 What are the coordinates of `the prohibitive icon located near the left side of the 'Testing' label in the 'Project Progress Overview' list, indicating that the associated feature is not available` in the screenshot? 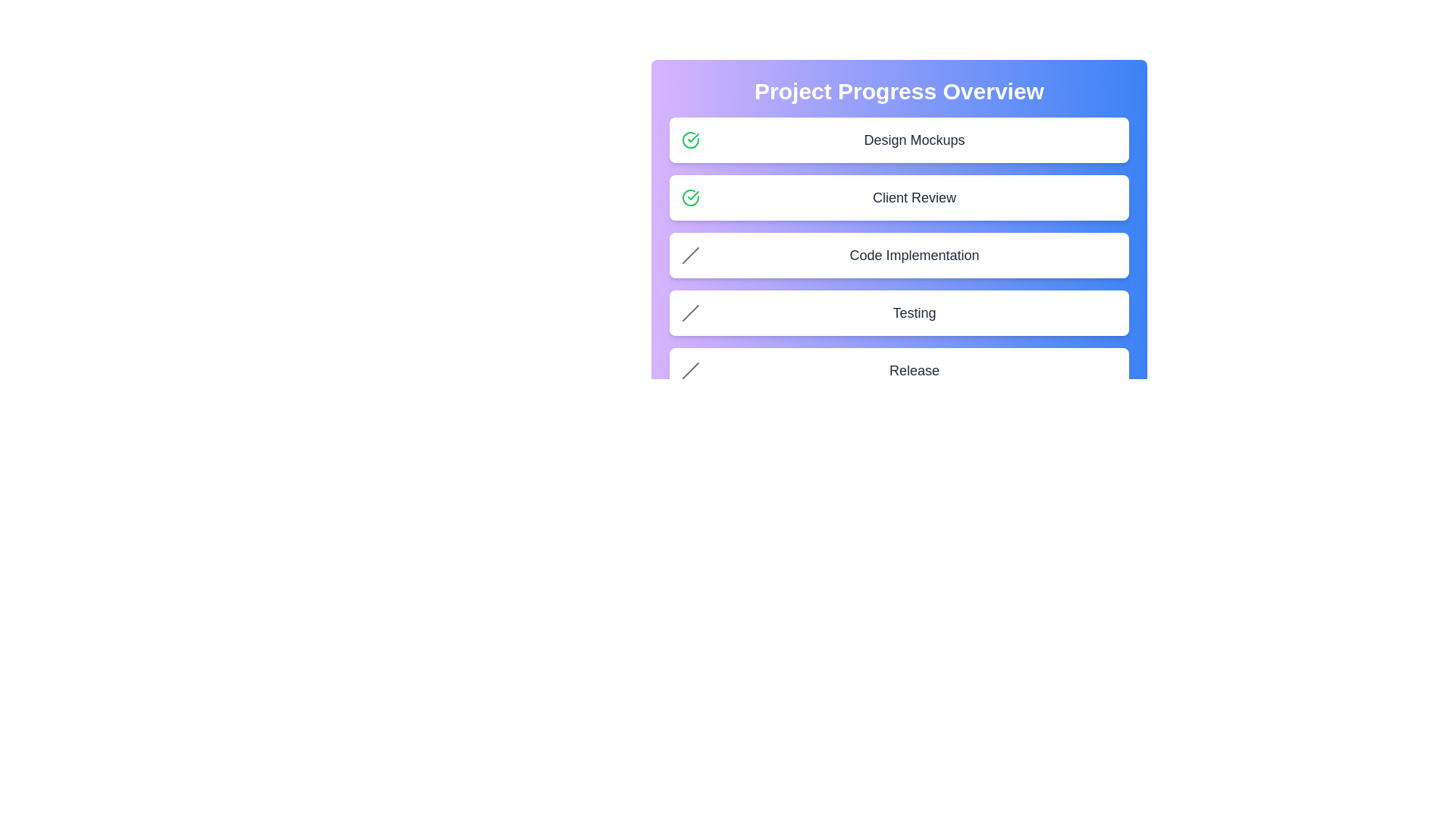 It's located at (690, 312).